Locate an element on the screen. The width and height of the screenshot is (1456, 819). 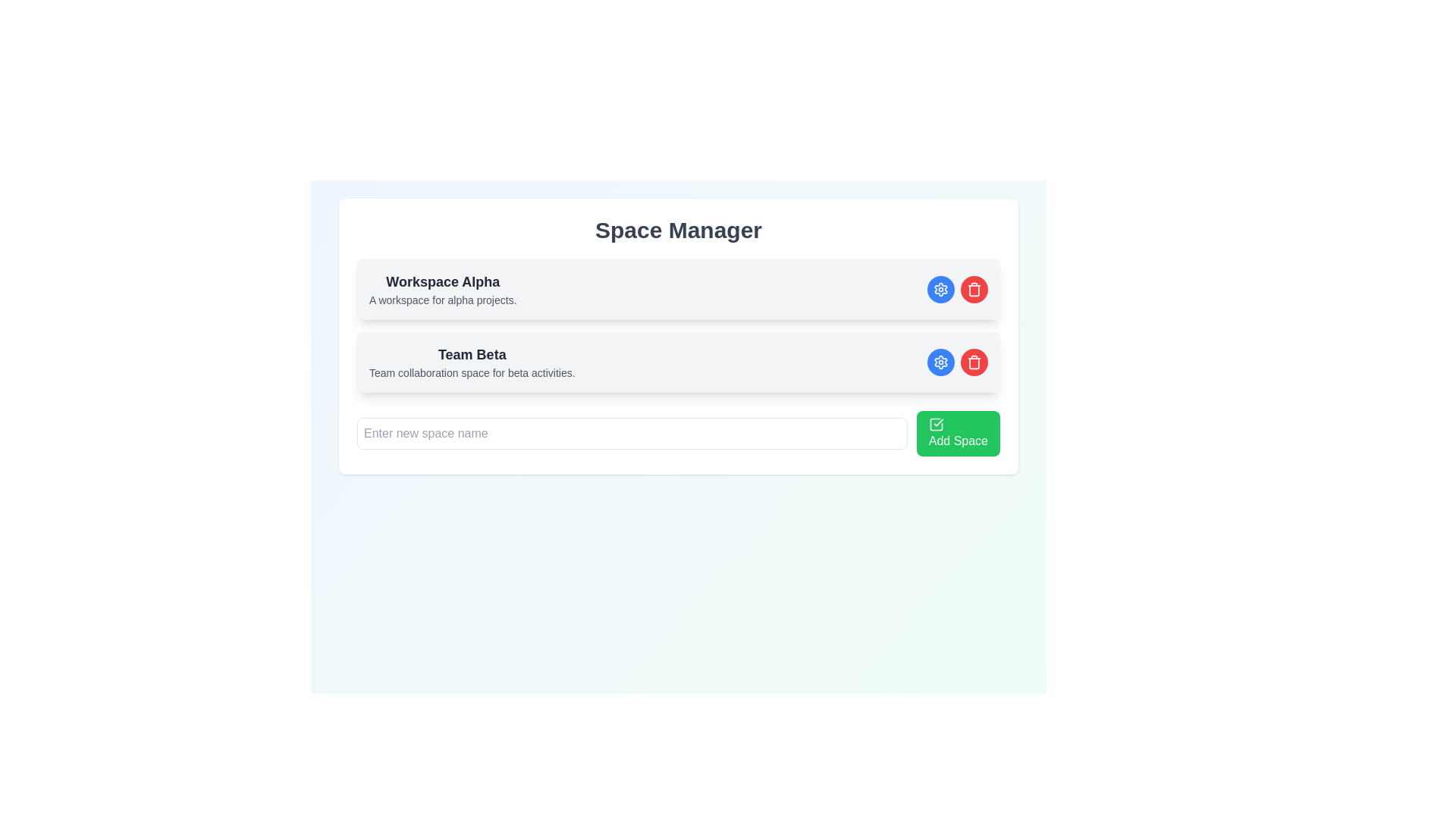
the configuration icon for the 'Team Beta' workspace, located to the right of the 'Team Beta' label and adjacent to the red trash icon is located at coordinates (940, 289).